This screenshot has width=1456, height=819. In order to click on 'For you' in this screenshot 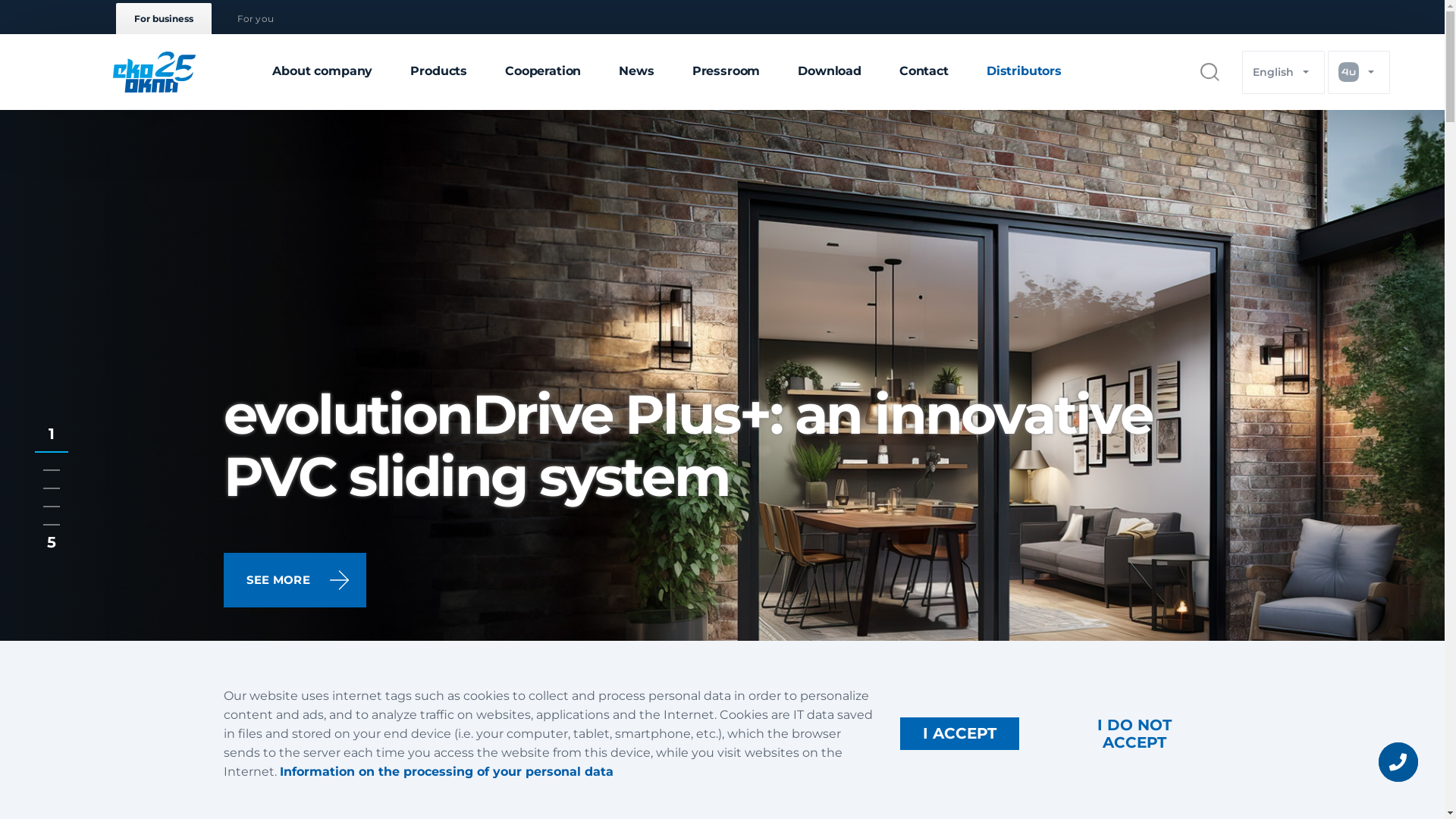, I will do `click(255, 18)`.